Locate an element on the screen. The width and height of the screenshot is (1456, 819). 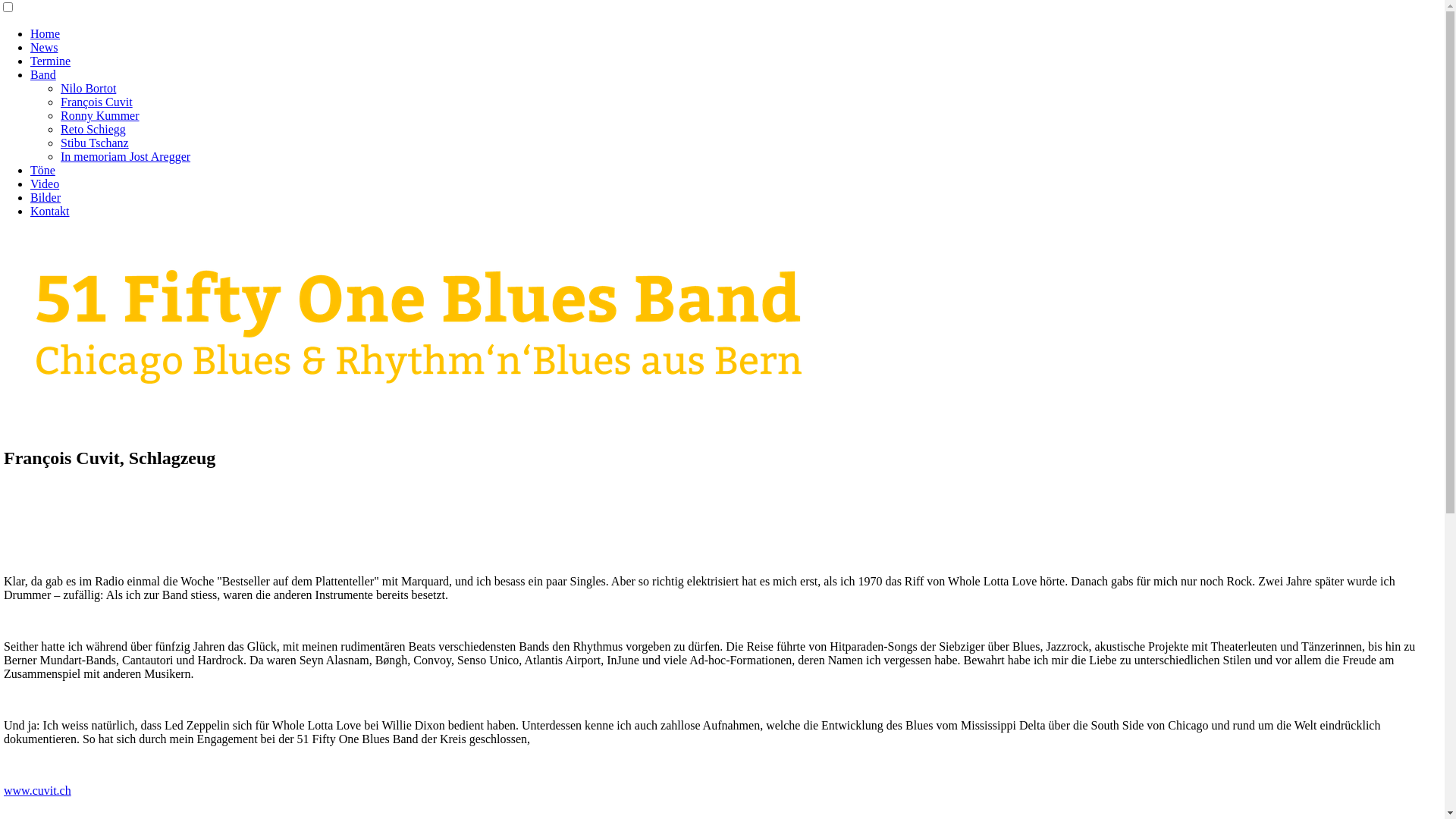
'Kontakt' is located at coordinates (50, 211).